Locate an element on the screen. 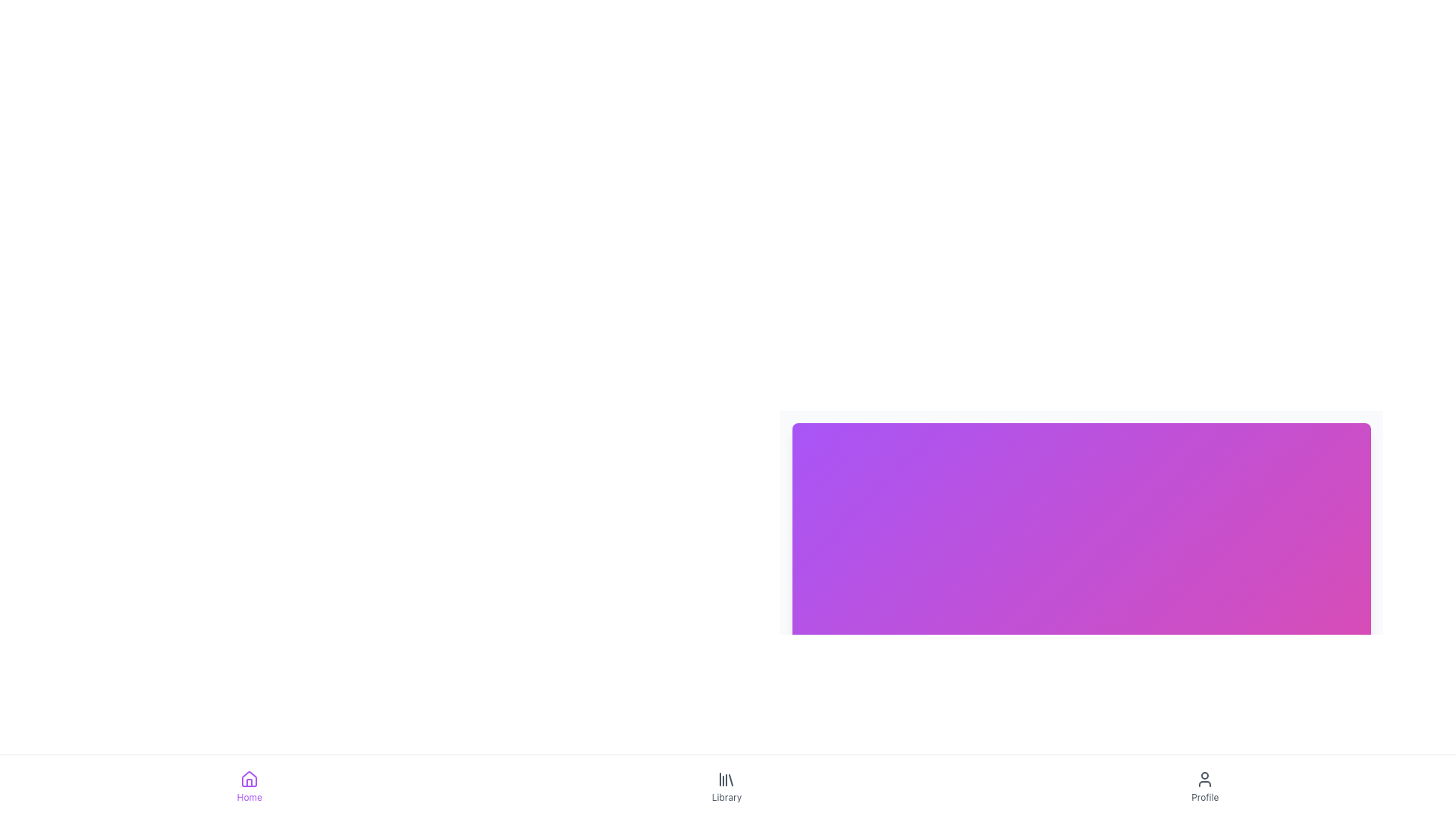 The height and width of the screenshot is (819, 1456). the 'Library' navigation button located in the bottom navigation bar is located at coordinates (728, 786).